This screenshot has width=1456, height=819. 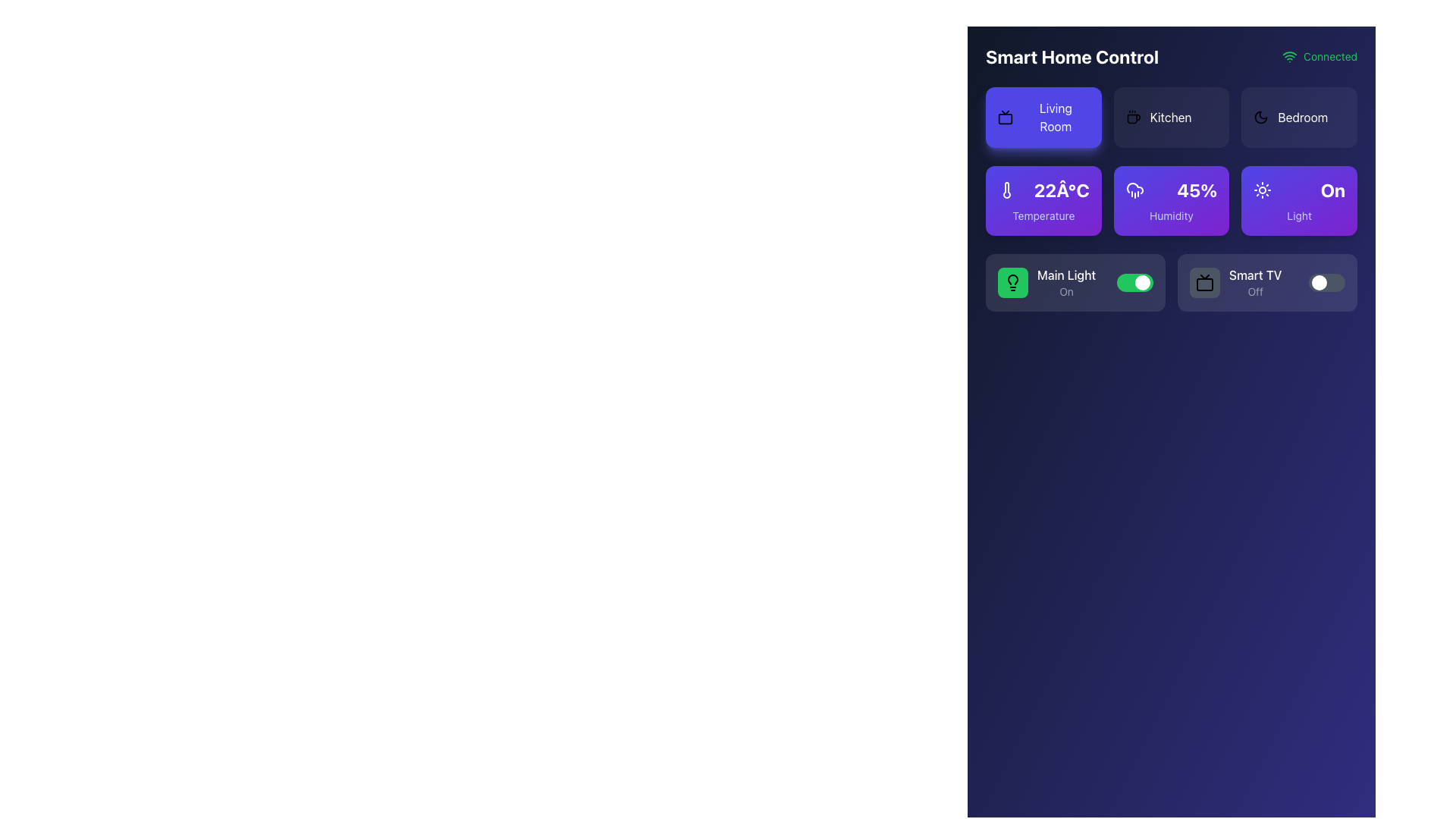 What do you see at coordinates (1061, 189) in the screenshot?
I see `the temperature reading text label displaying '22Â°C', which is prominently styled in white on a purple panel under the 'Living Room' button` at bounding box center [1061, 189].